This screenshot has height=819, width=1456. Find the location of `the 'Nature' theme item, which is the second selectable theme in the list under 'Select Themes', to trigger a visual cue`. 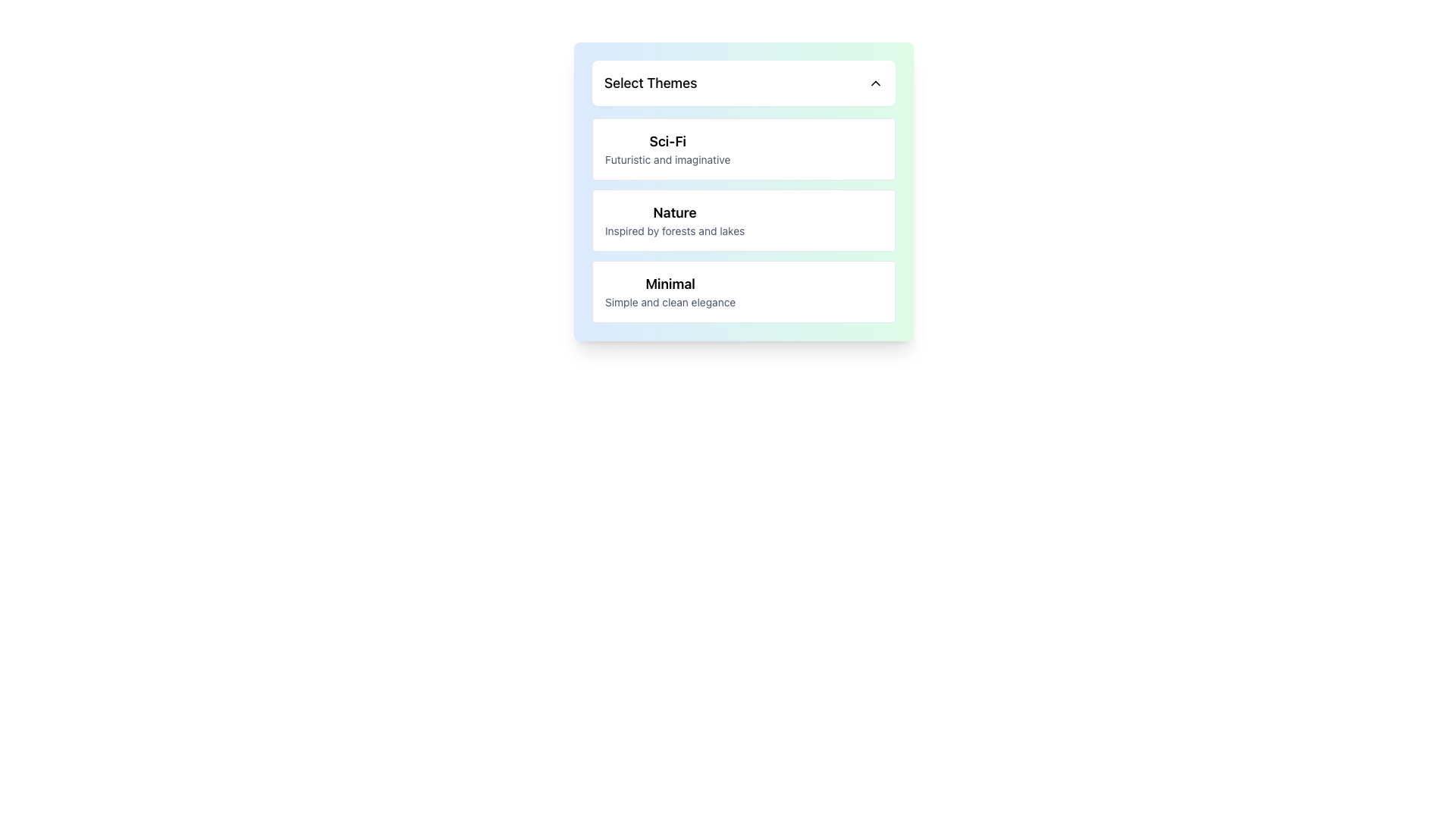

the 'Nature' theme item, which is the second selectable theme in the list under 'Select Themes', to trigger a visual cue is located at coordinates (743, 220).